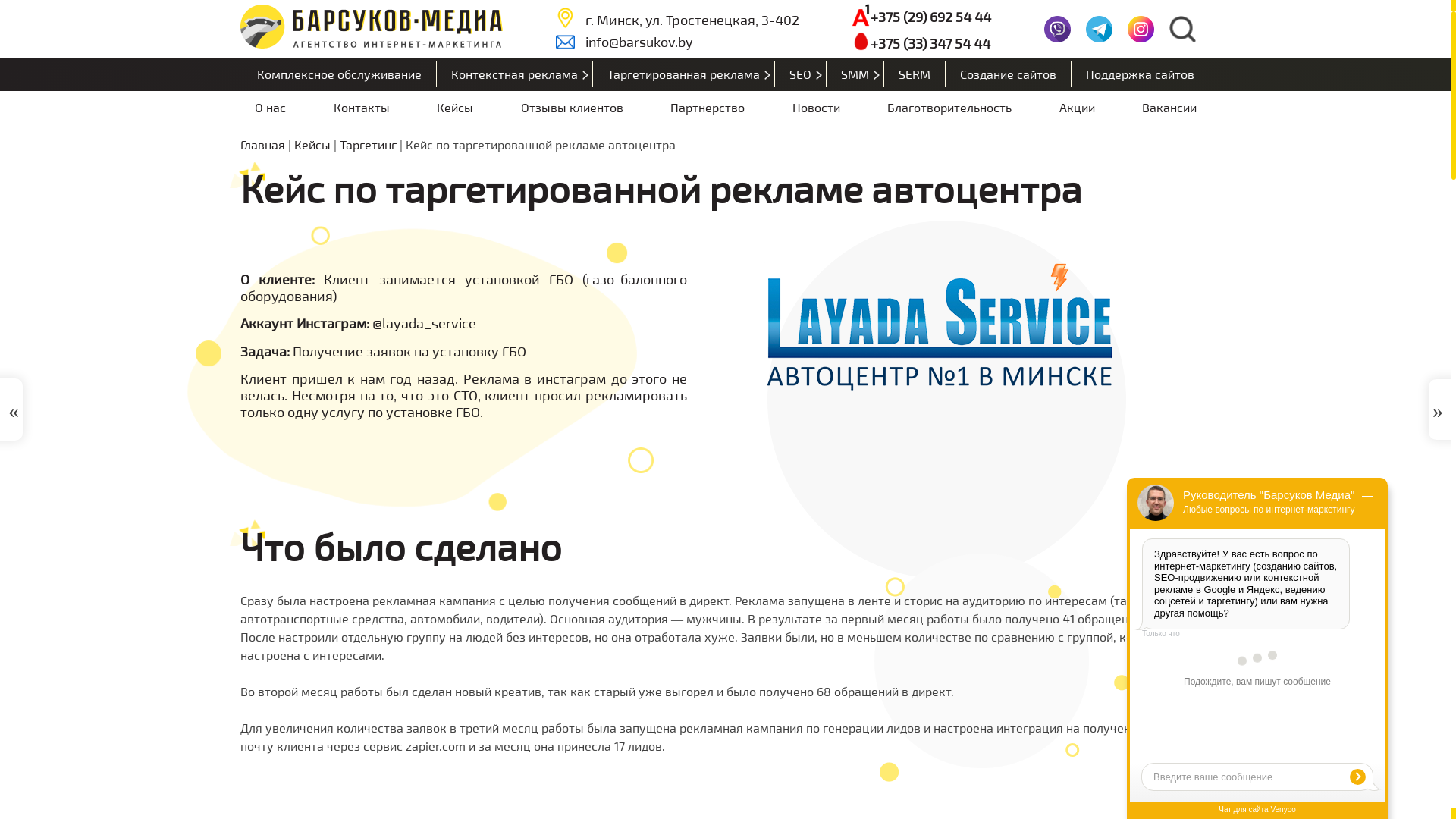 Image resolution: width=1456 pixels, height=819 pixels. What do you see at coordinates (825, 74) in the screenshot?
I see `'SMM'` at bounding box center [825, 74].